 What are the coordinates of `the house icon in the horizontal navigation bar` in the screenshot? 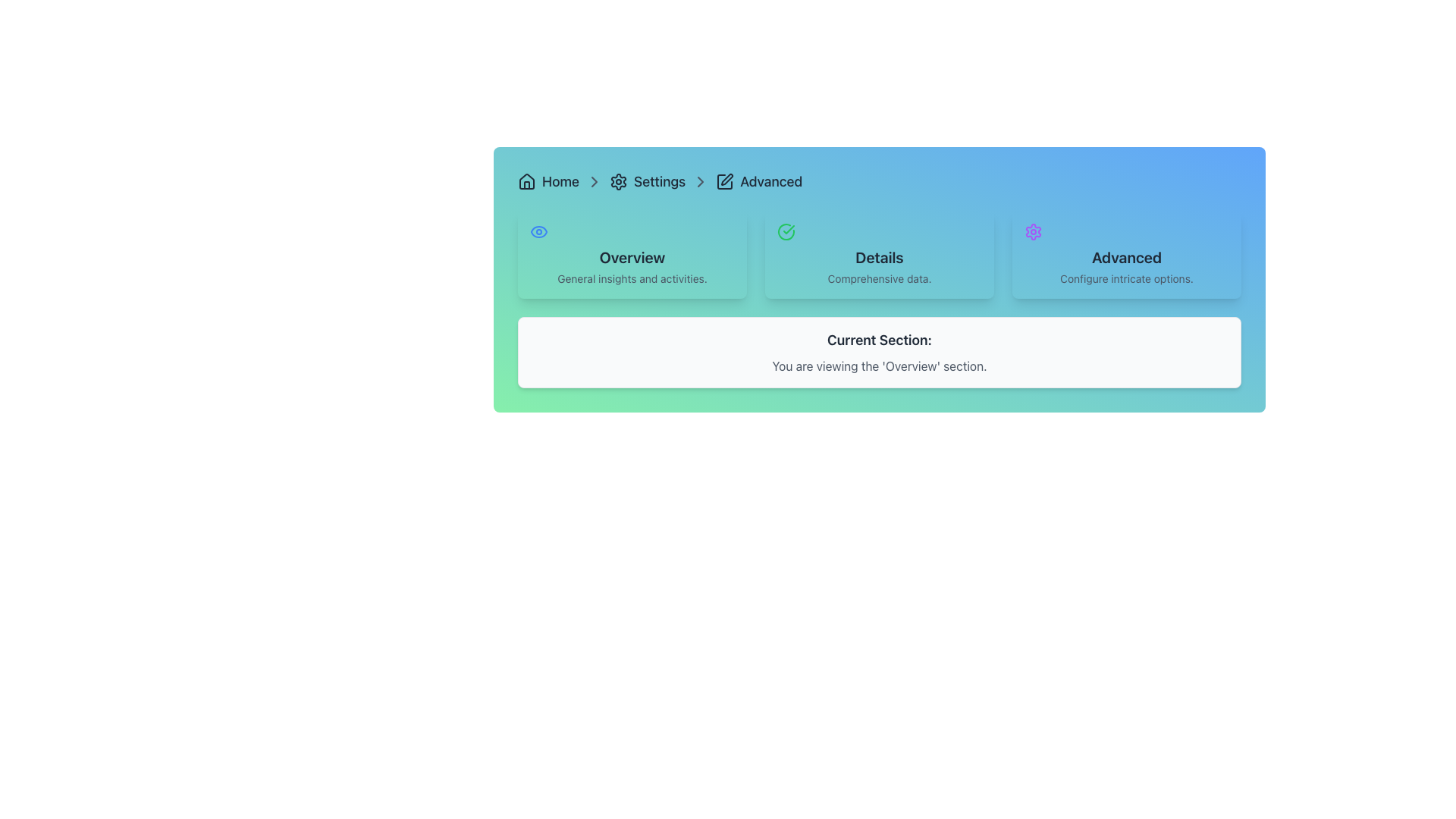 It's located at (527, 180).